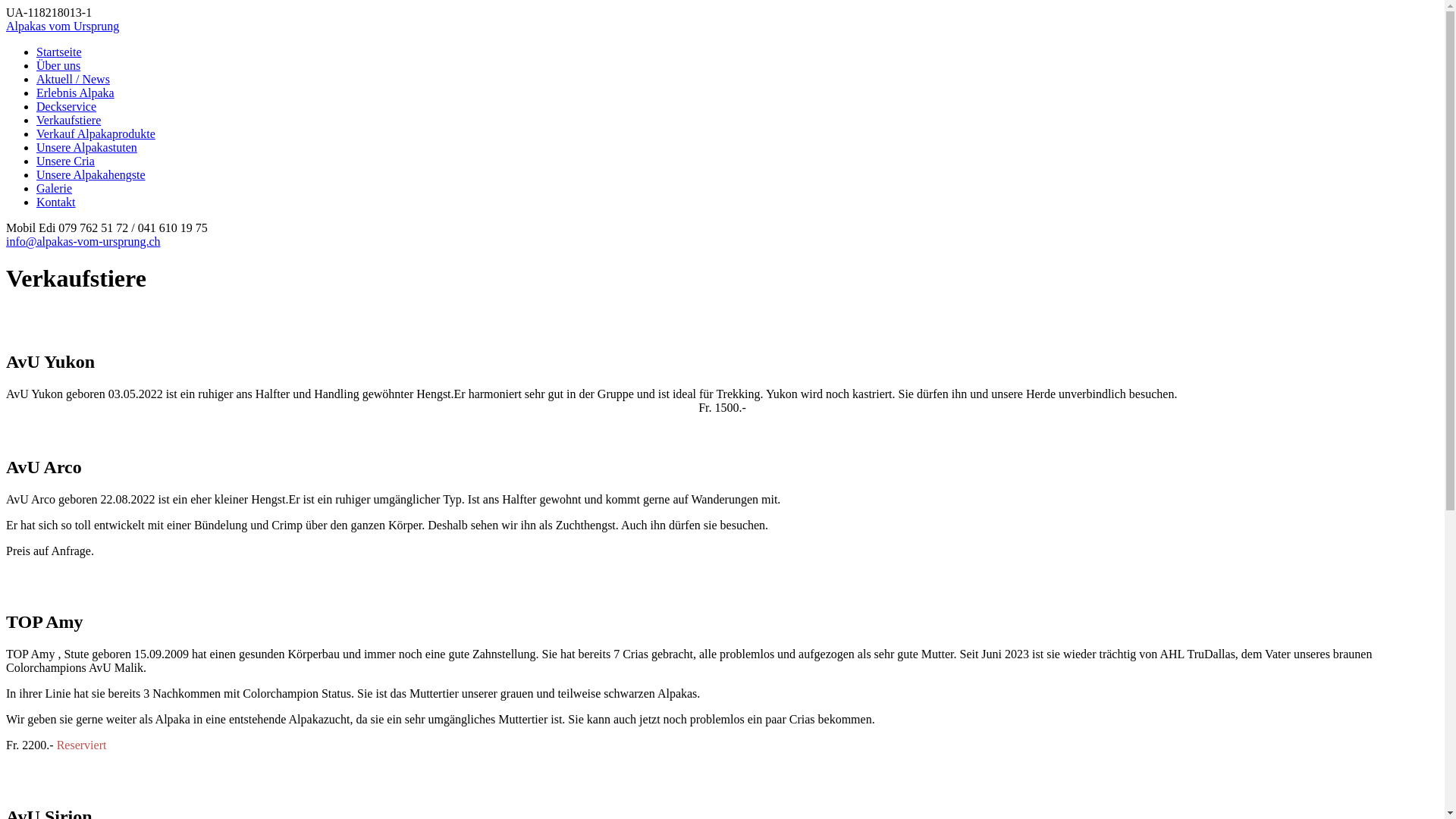  I want to click on 'Erlebnis Alpaka', so click(74, 93).